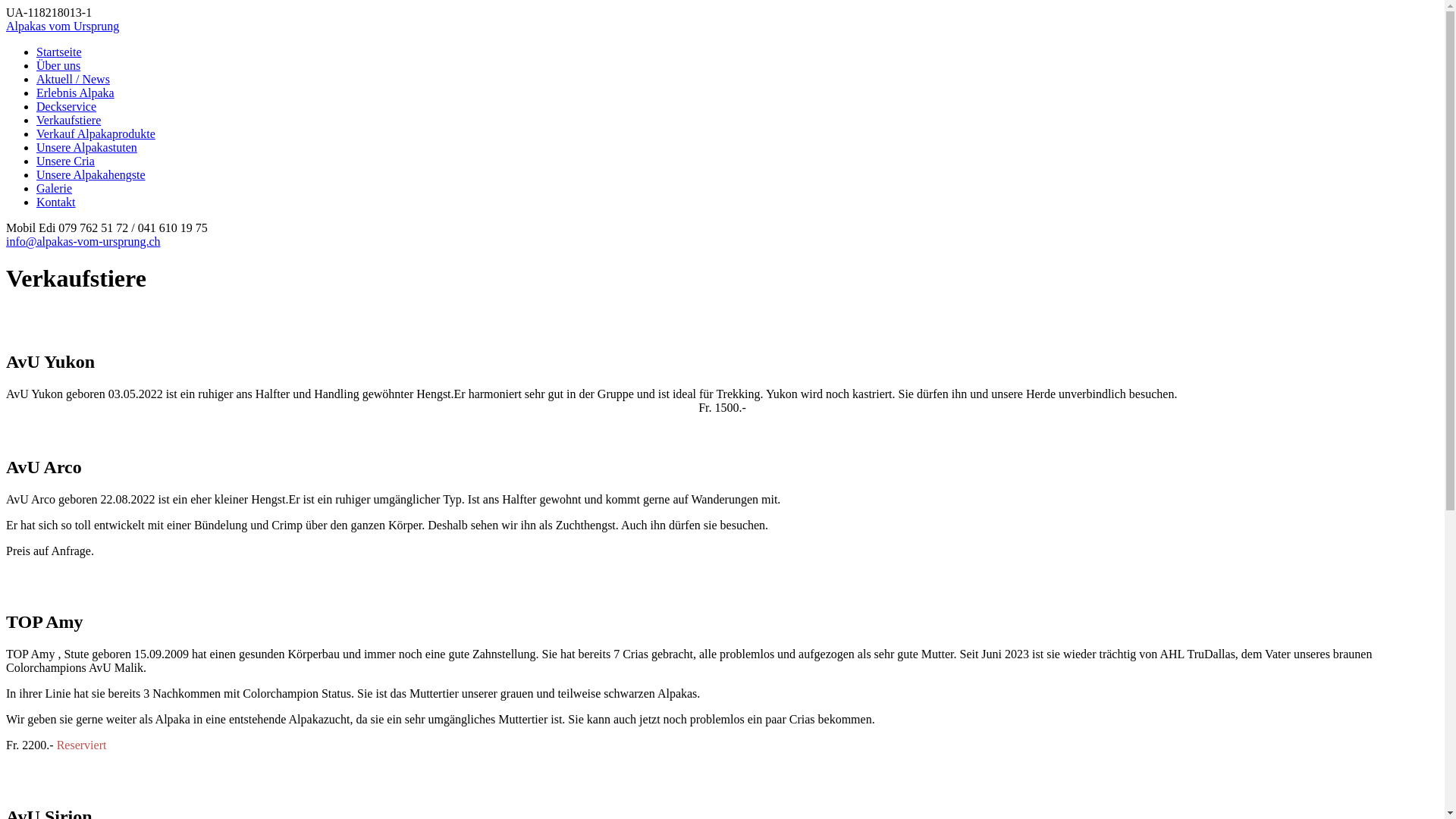  I want to click on 'Erlebnis Alpaka', so click(74, 93).